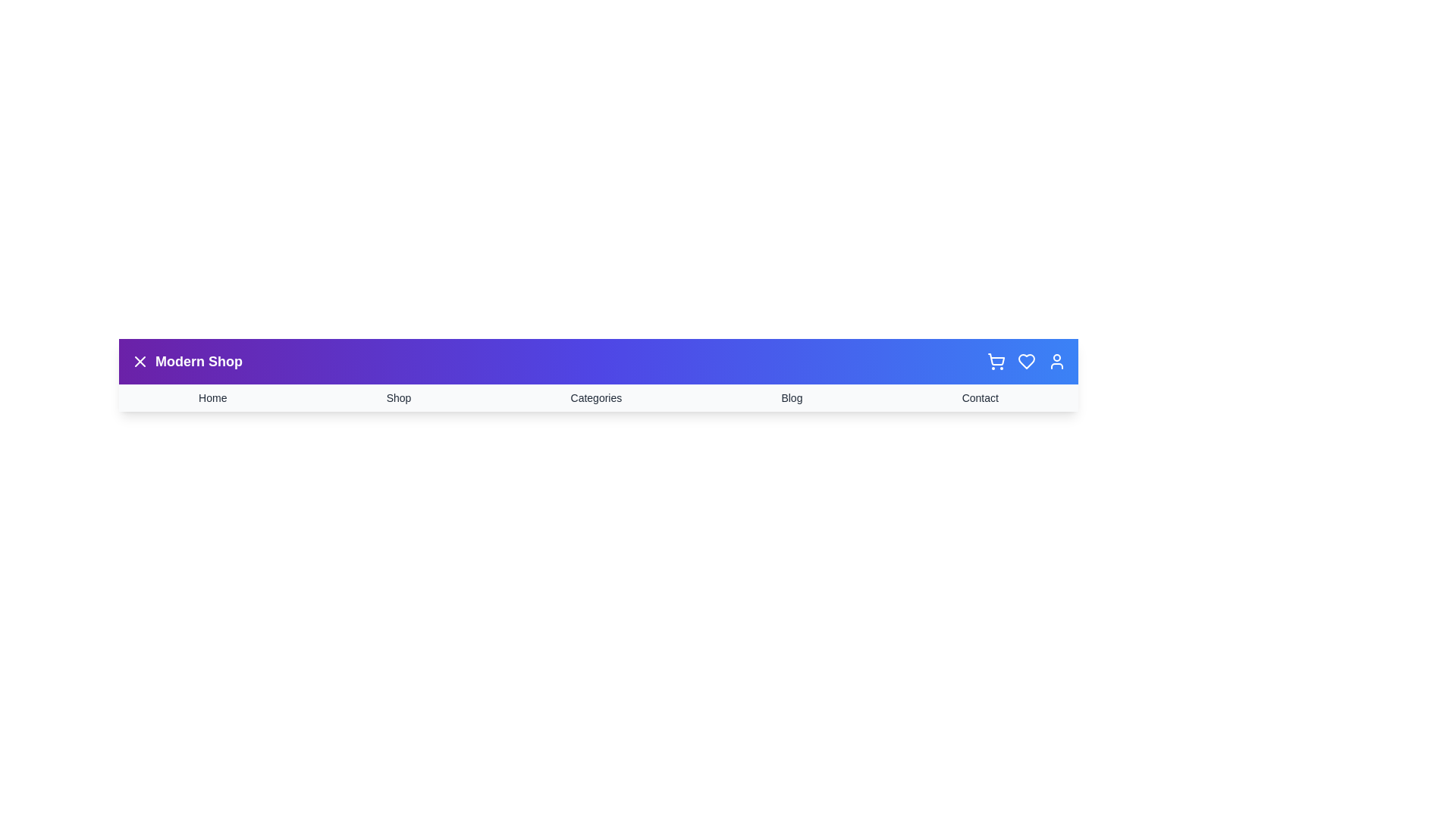 The image size is (1456, 819). What do you see at coordinates (399, 397) in the screenshot?
I see `the Shop menu item in the navigation bar` at bounding box center [399, 397].